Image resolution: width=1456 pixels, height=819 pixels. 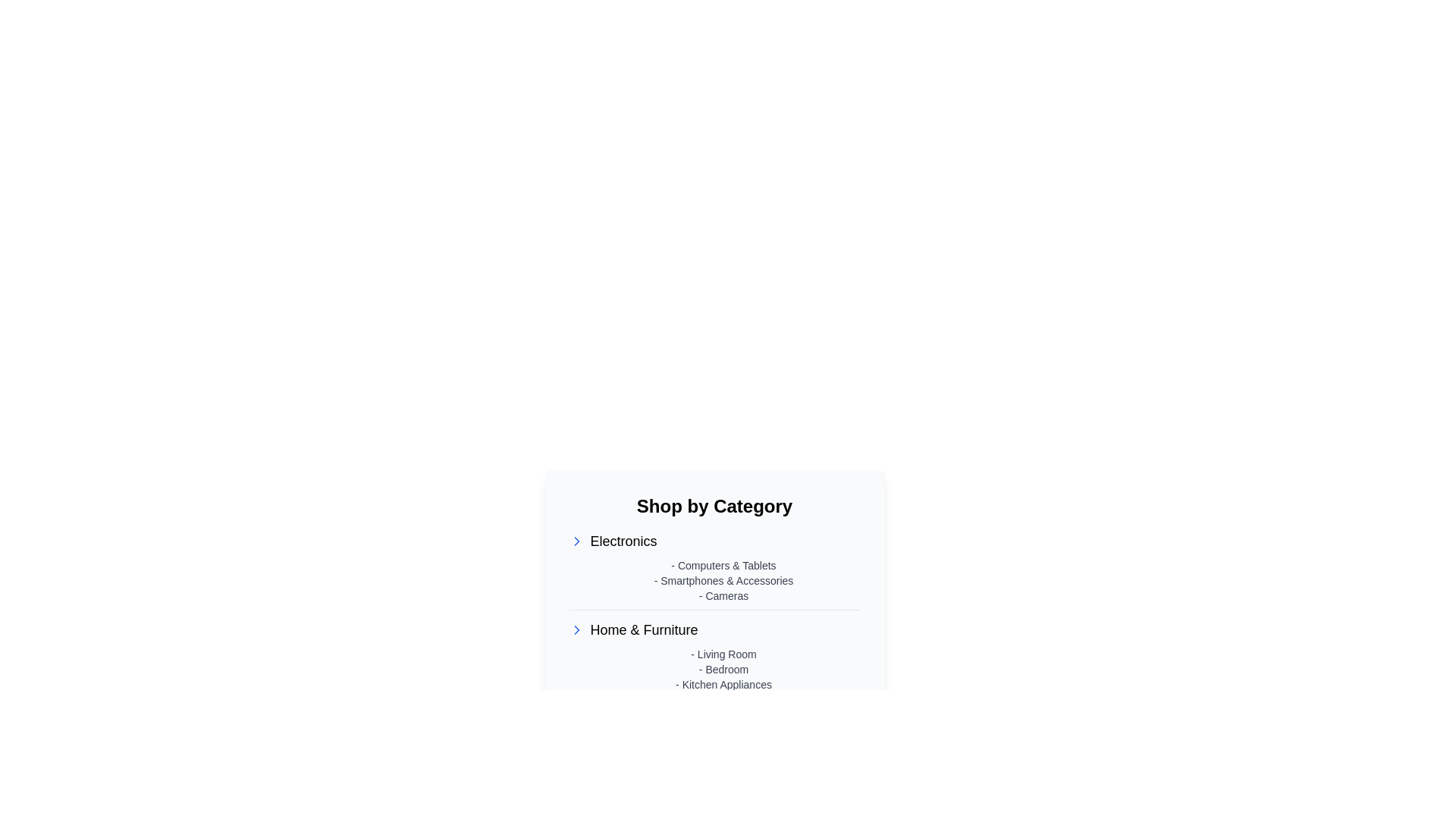 What do you see at coordinates (723, 654) in the screenshot?
I see `the text label styled in small, gray font reading '- Living Room', which is the first item in the 'Home & Furniture' category under the 'Electronics' category` at bounding box center [723, 654].